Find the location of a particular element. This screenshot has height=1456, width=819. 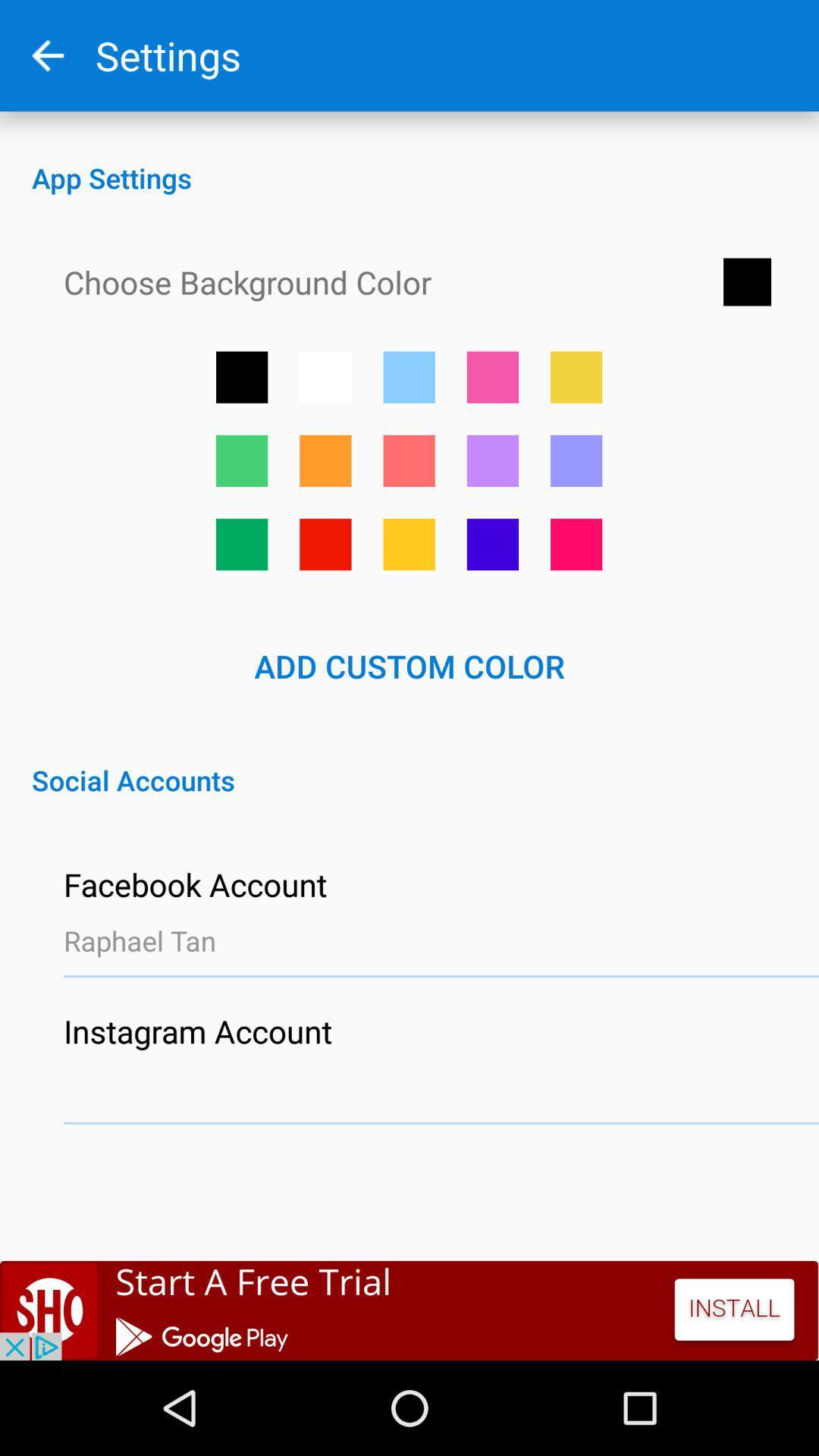

click button is located at coordinates (408, 544).